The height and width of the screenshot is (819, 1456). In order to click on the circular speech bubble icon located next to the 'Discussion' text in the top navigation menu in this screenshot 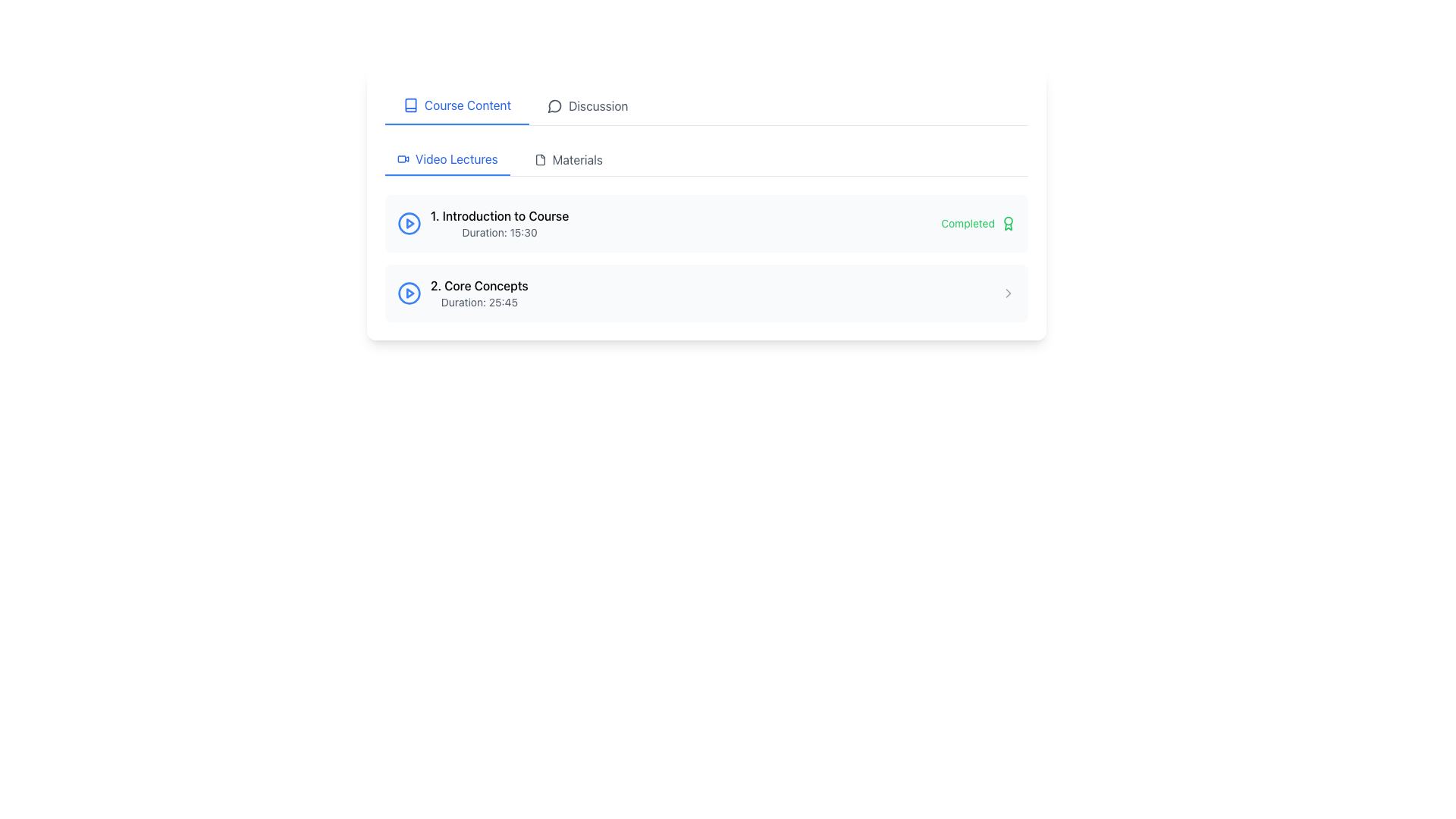, I will do `click(554, 105)`.